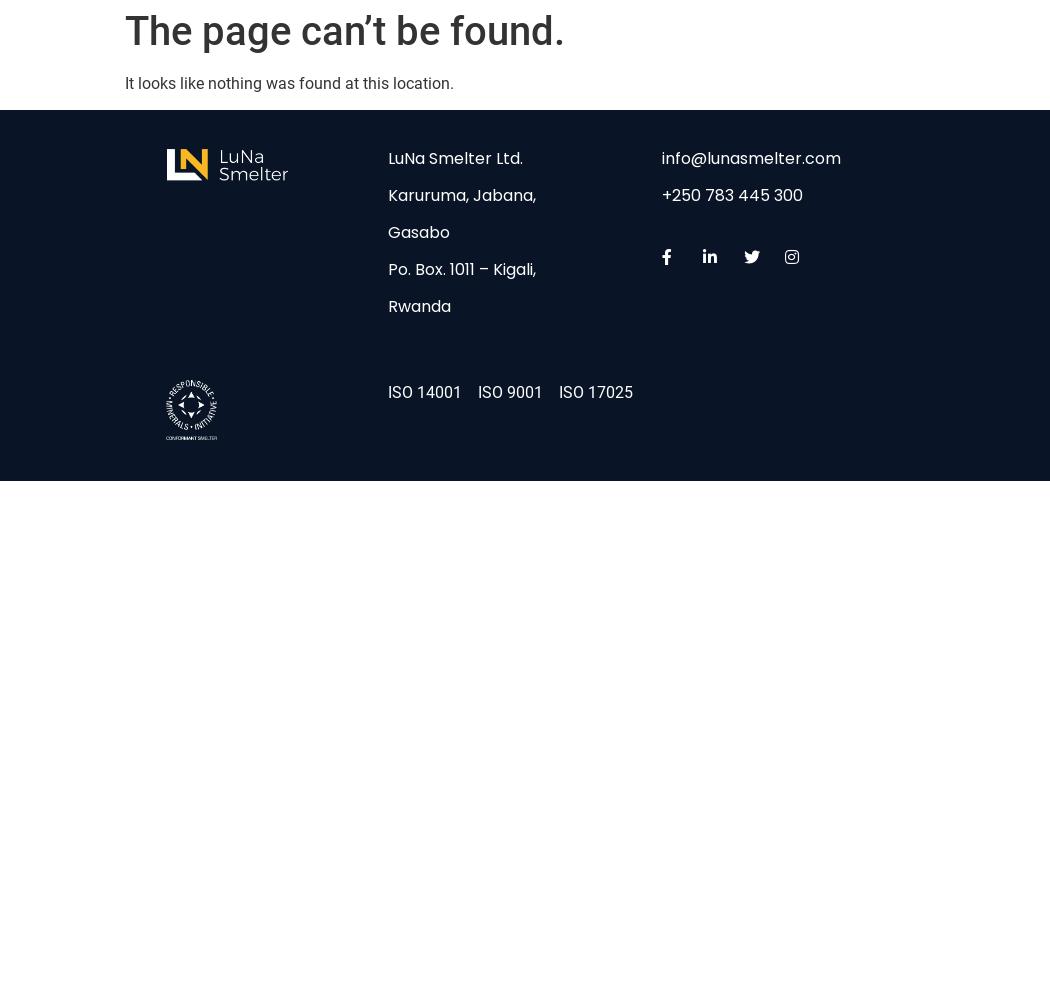 This screenshot has width=1050, height=1000. What do you see at coordinates (509, 391) in the screenshot?
I see `'ISO 9001'` at bounding box center [509, 391].